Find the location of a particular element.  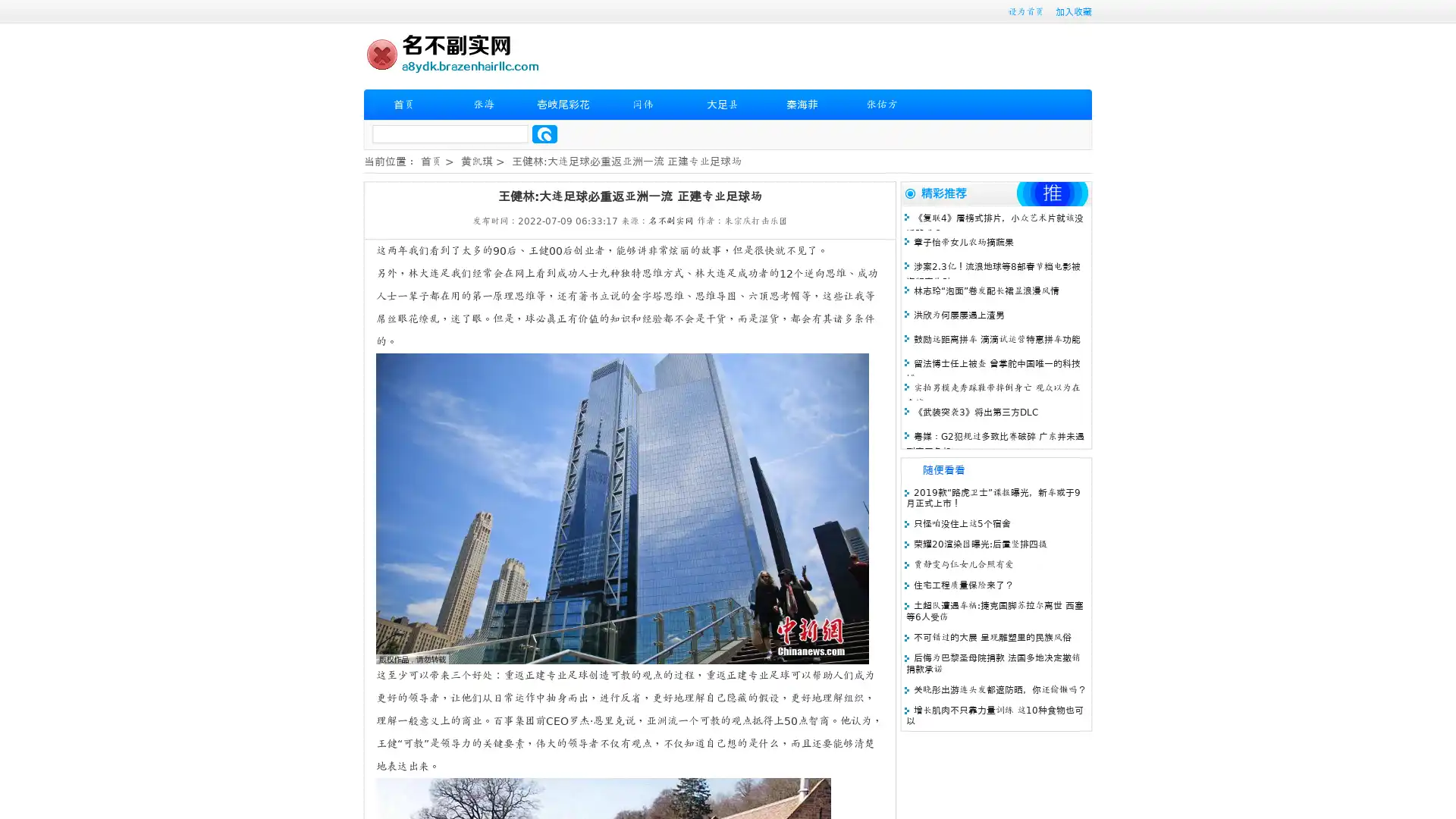

Search is located at coordinates (544, 133).